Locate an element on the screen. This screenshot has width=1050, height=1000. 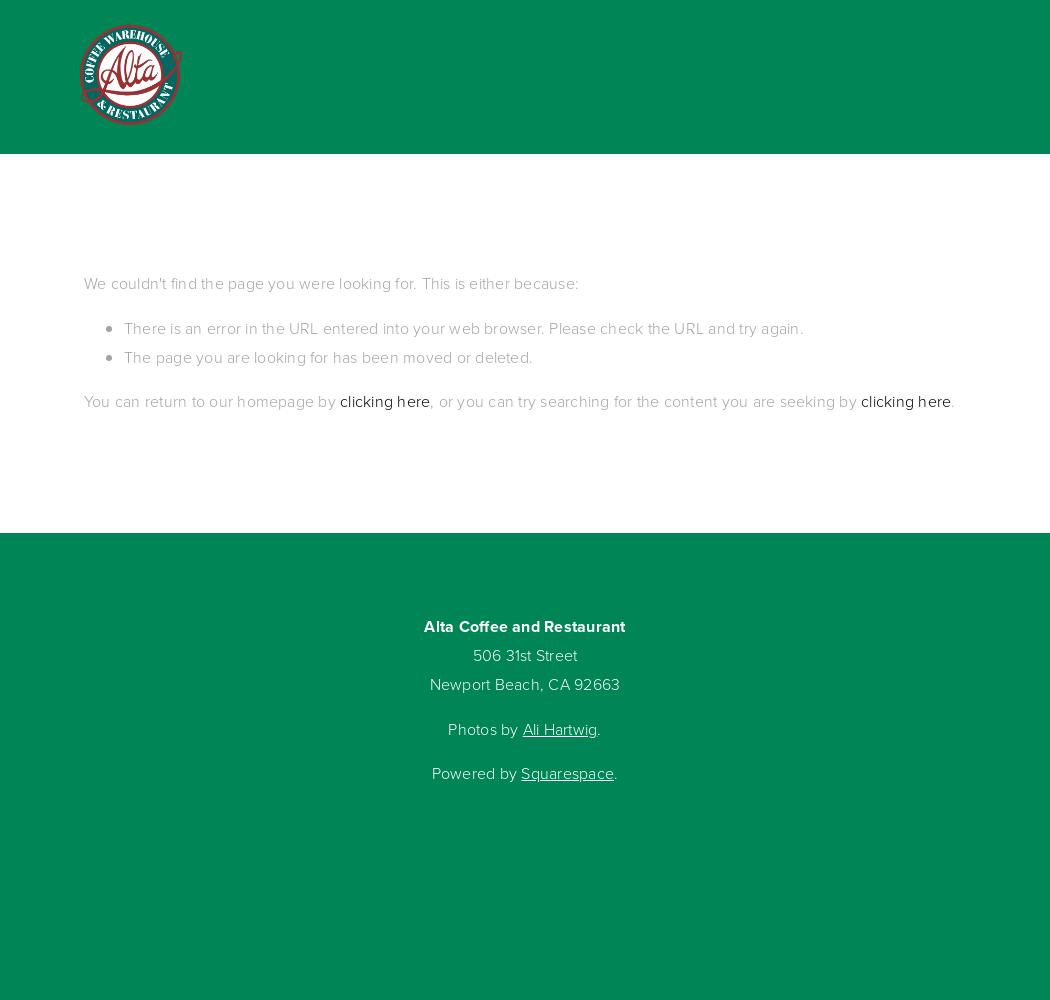
'Ali Hartwig' is located at coordinates (559, 727).